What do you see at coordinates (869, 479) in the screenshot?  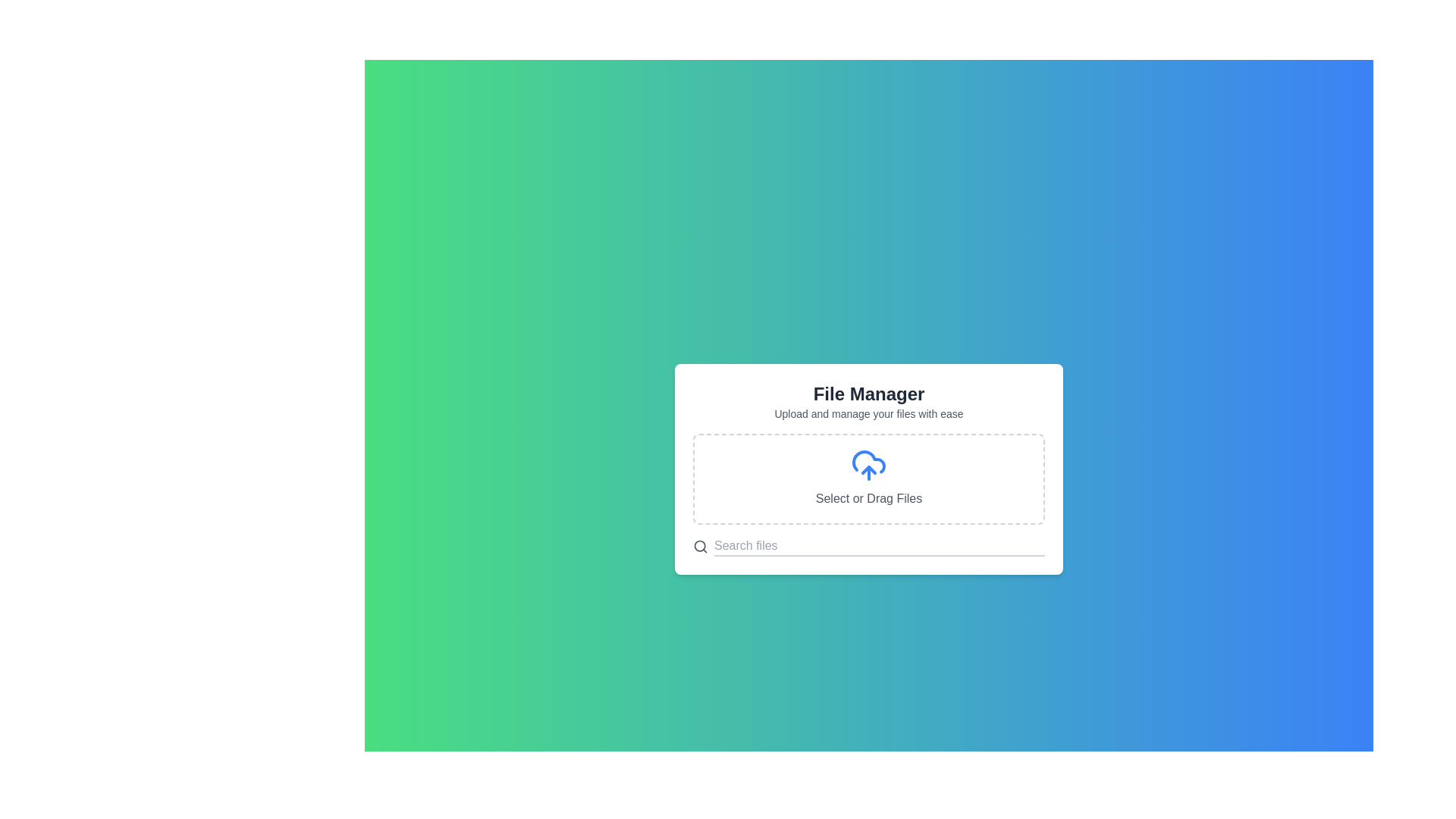 I see `the Interactive file input area located at the center of the 'File Manager' card interface to initiate file selection` at bounding box center [869, 479].